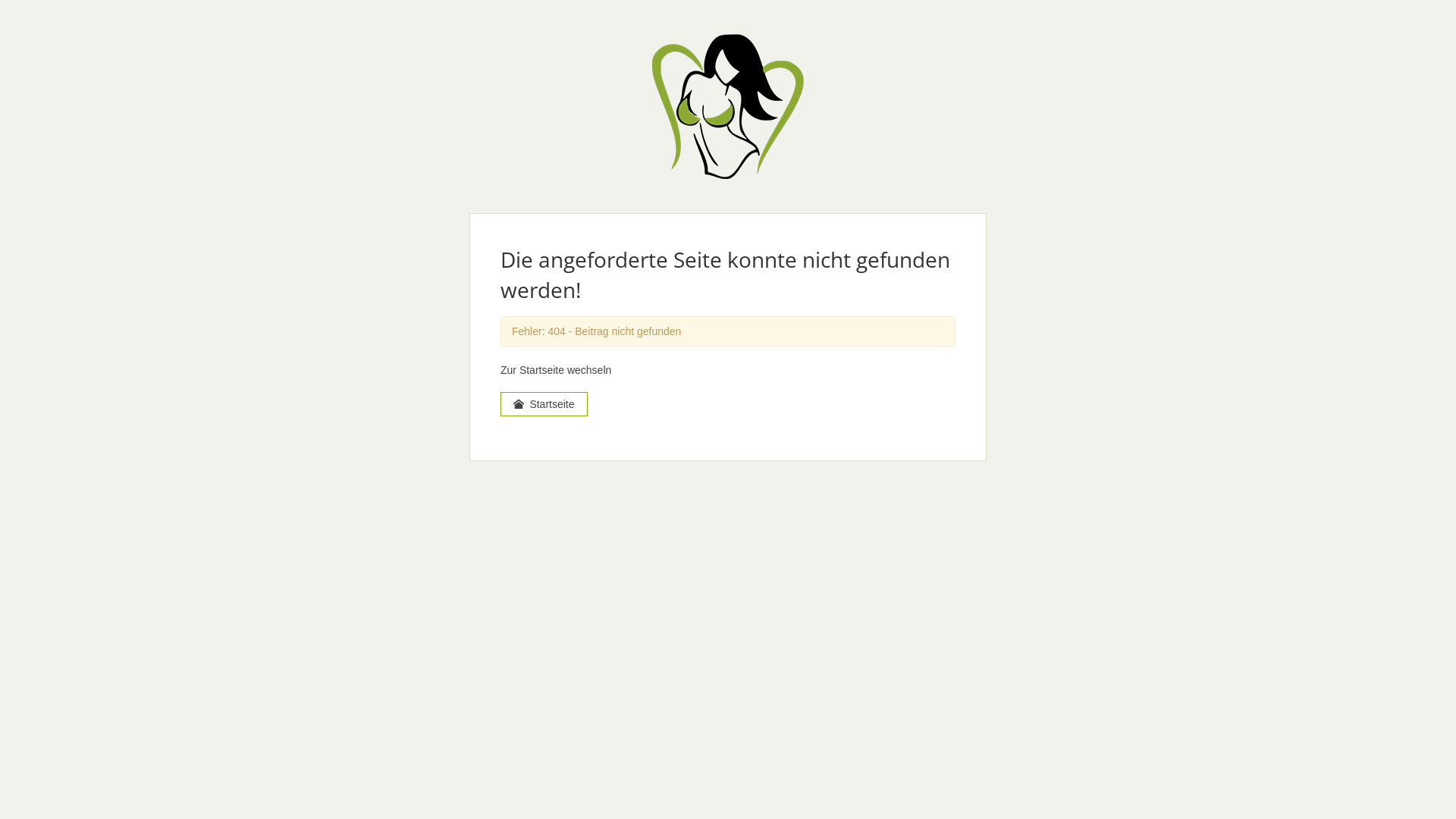  I want to click on 'Startseite', so click(544, 403).